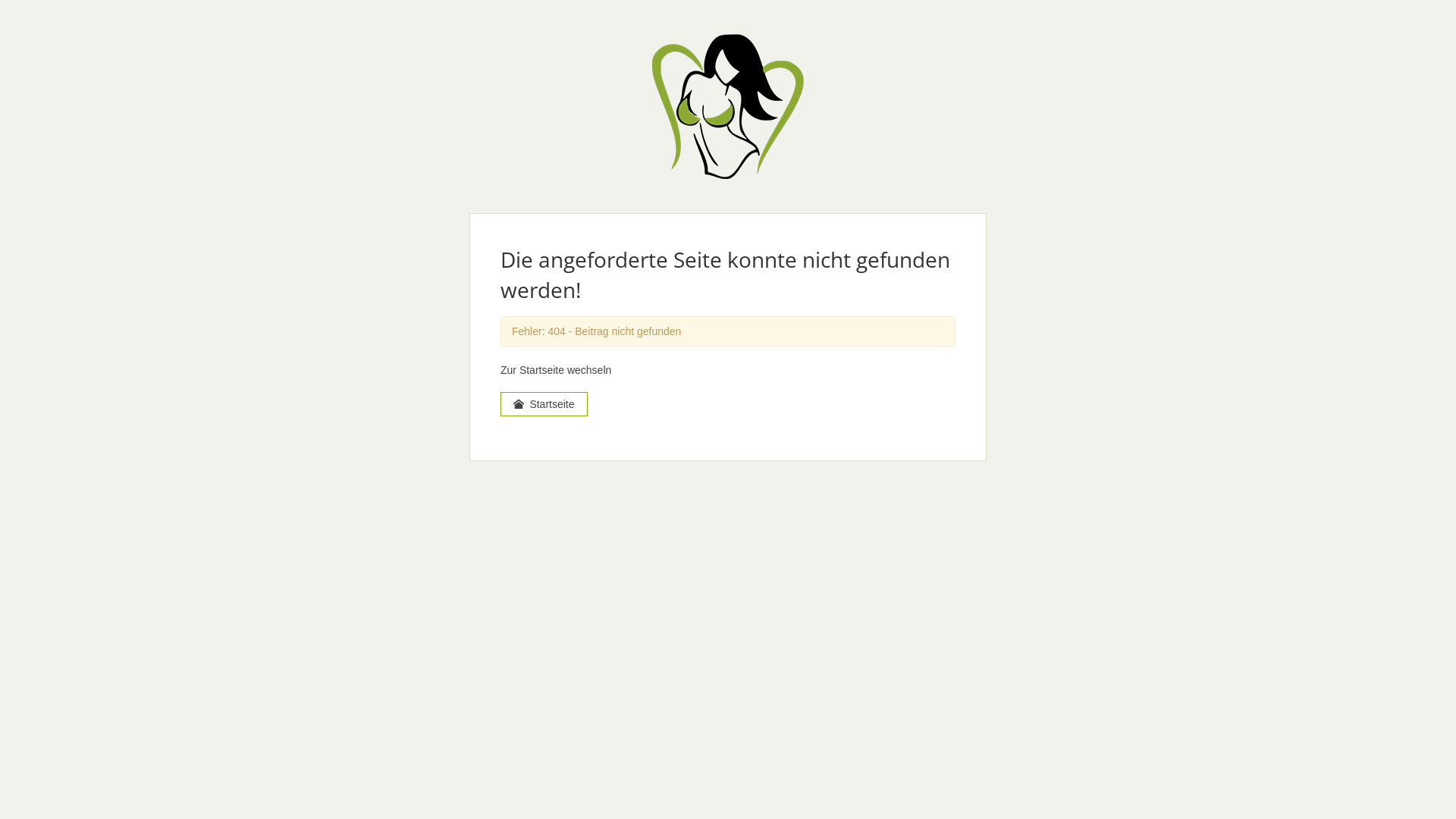  I want to click on 'Startseite', so click(544, 403).